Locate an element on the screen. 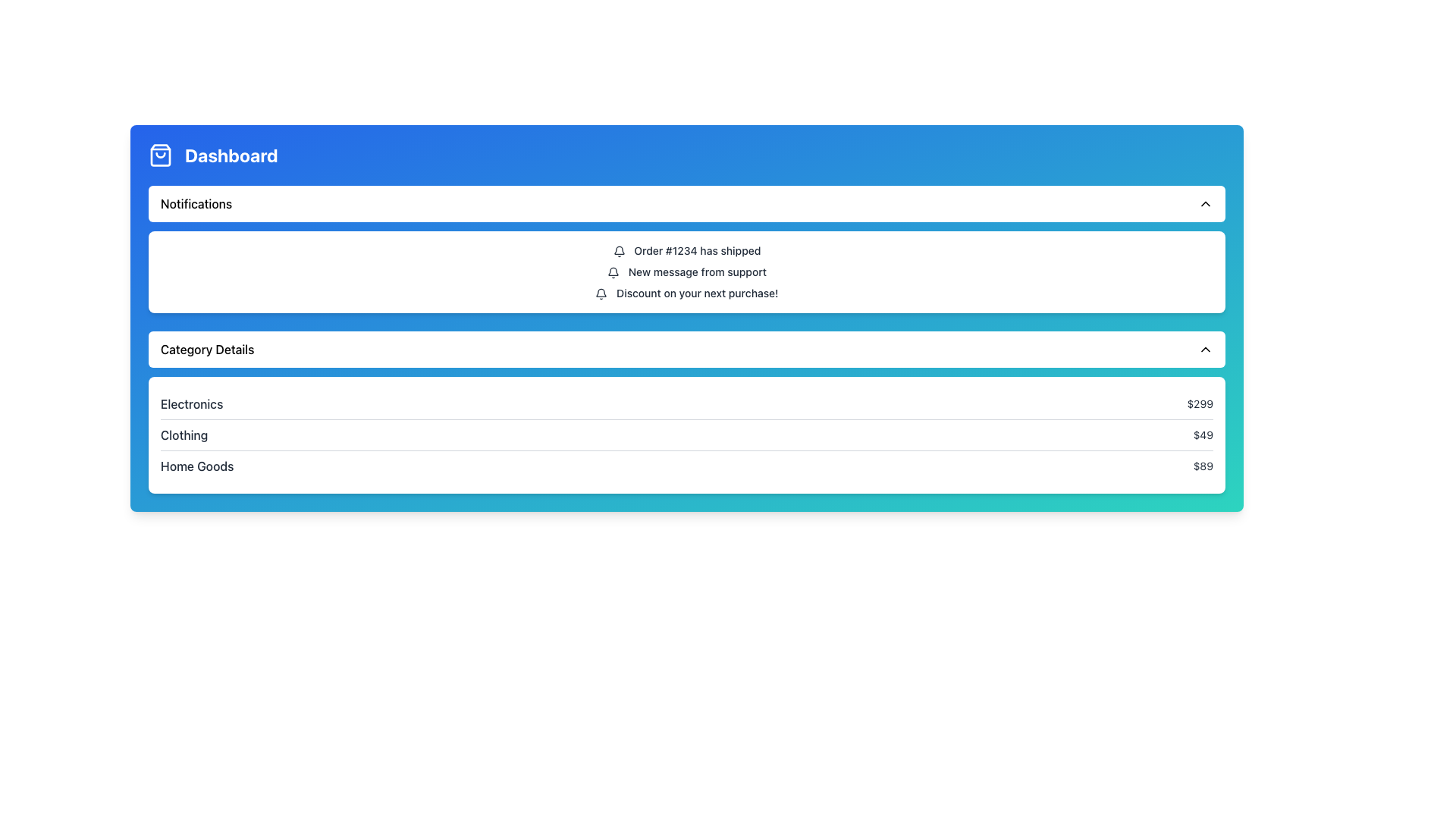 The image size is (1456, 819). the 'Electronics' category label in the 'Category Details' section, which is positioned to the left of the price '$299' is located at coordinates (191, 403).